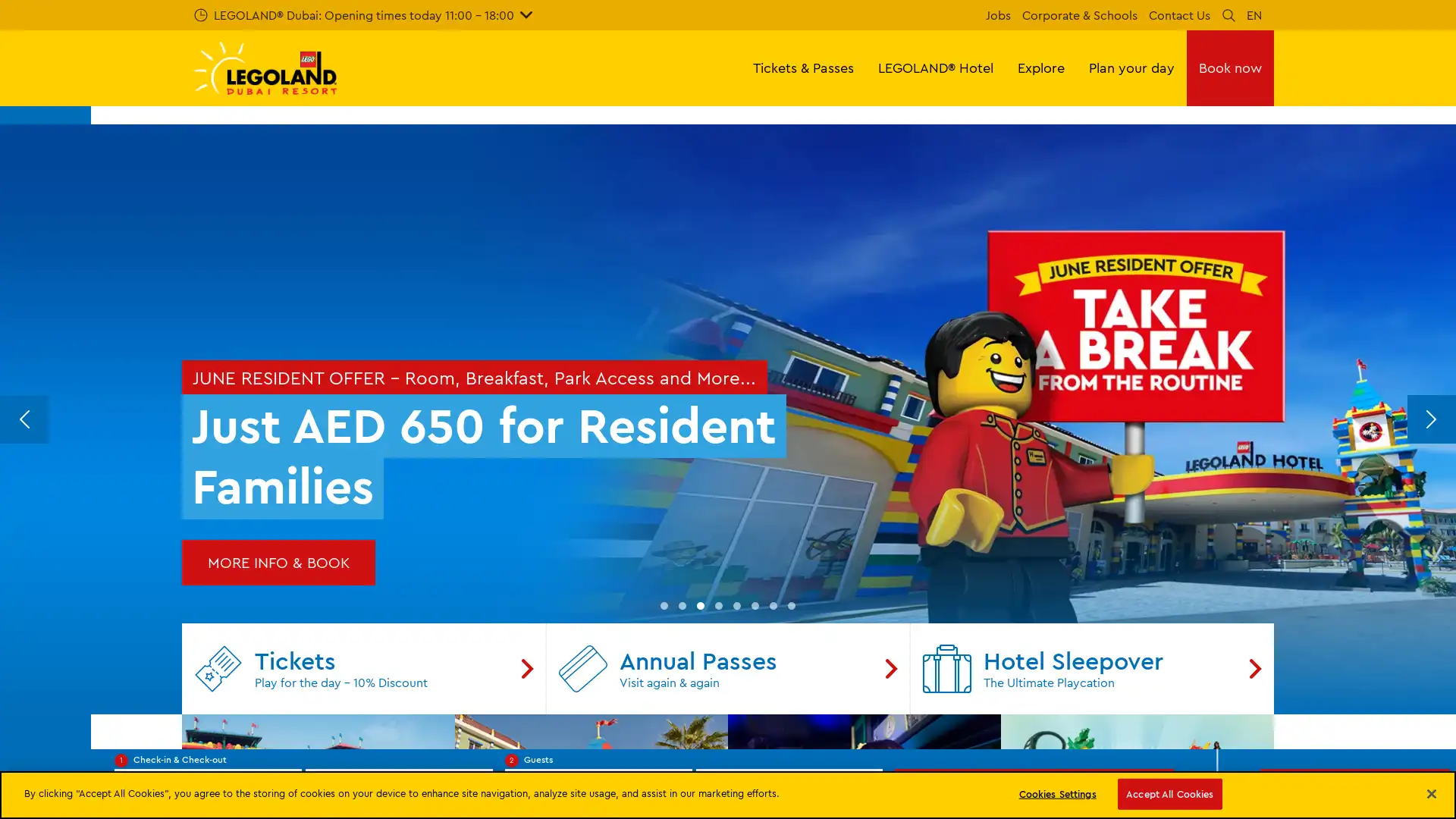  I want to click on Number of children, so click(789, 786).